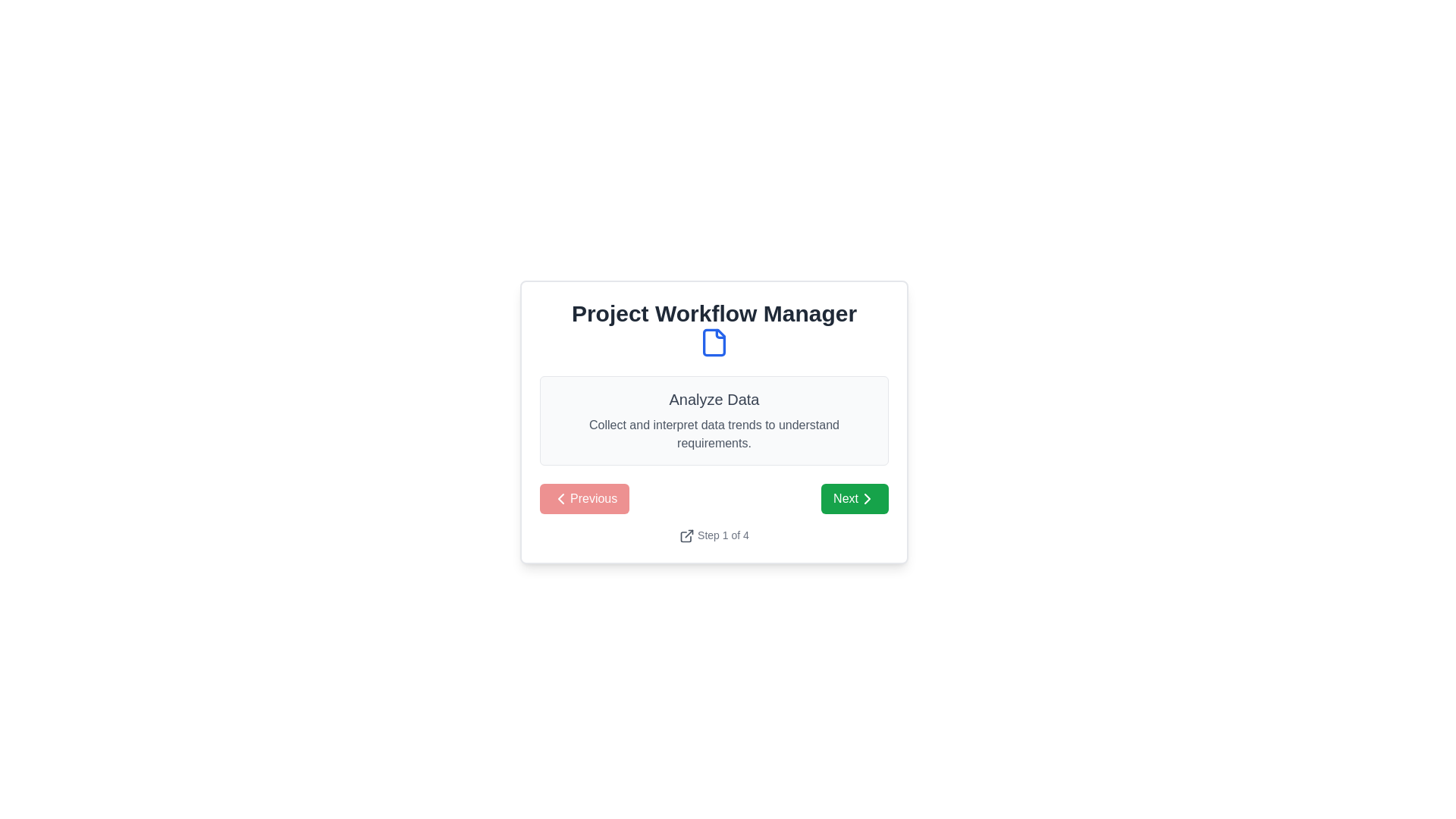  Describe the element at coordinates (713, 342) in the screenshot. I see `the blue-colored file document icon with a folded corner, prominently displayed in the 'Project Workflow Manager' section` at that location.